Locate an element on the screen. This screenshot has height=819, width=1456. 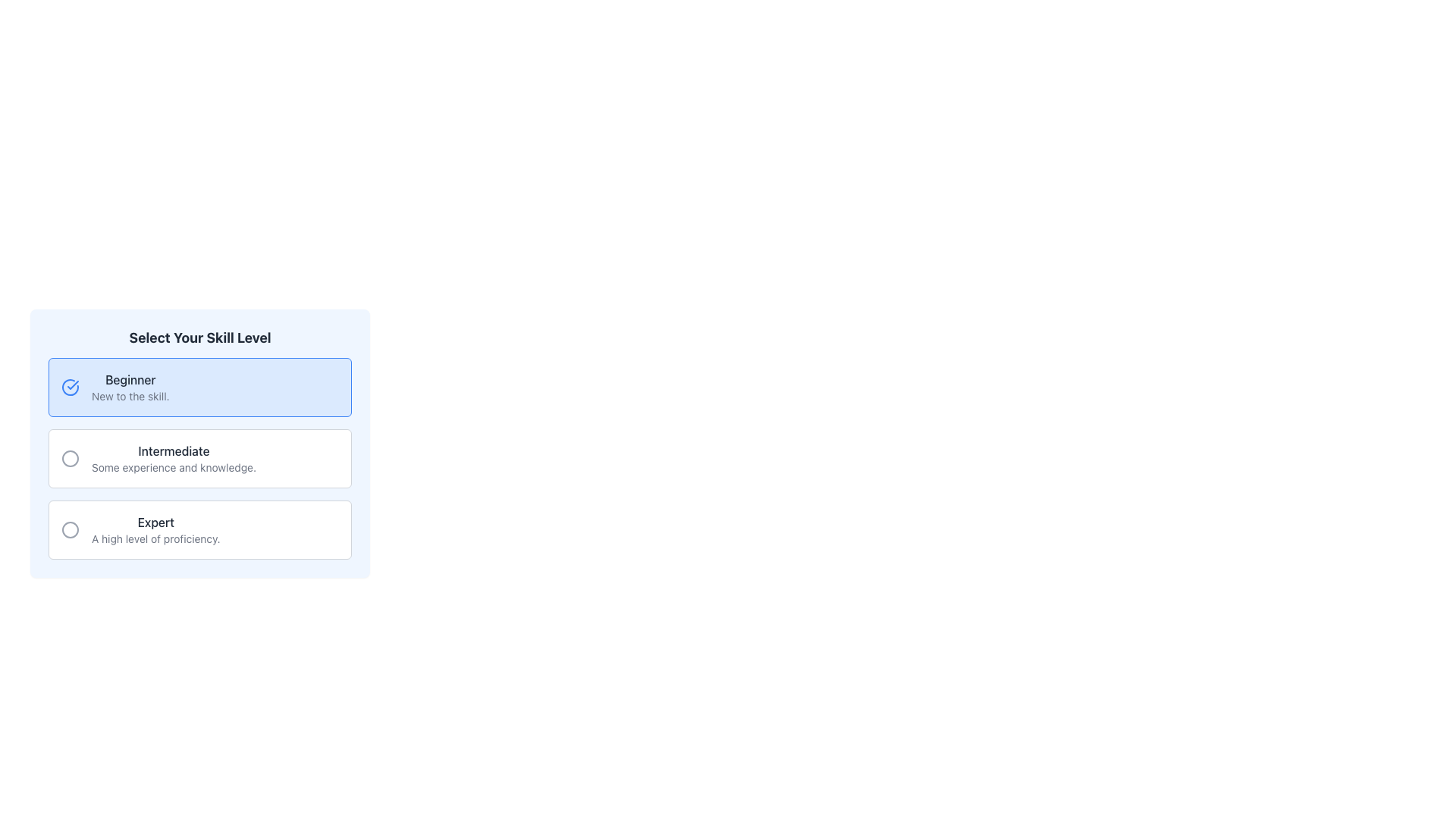
the Text Label that reads 'A high level of proficiency.' located directly beneath the 'Expert' heading in the 'Select Your Skill Level' section is located at coordinates (155, 538).